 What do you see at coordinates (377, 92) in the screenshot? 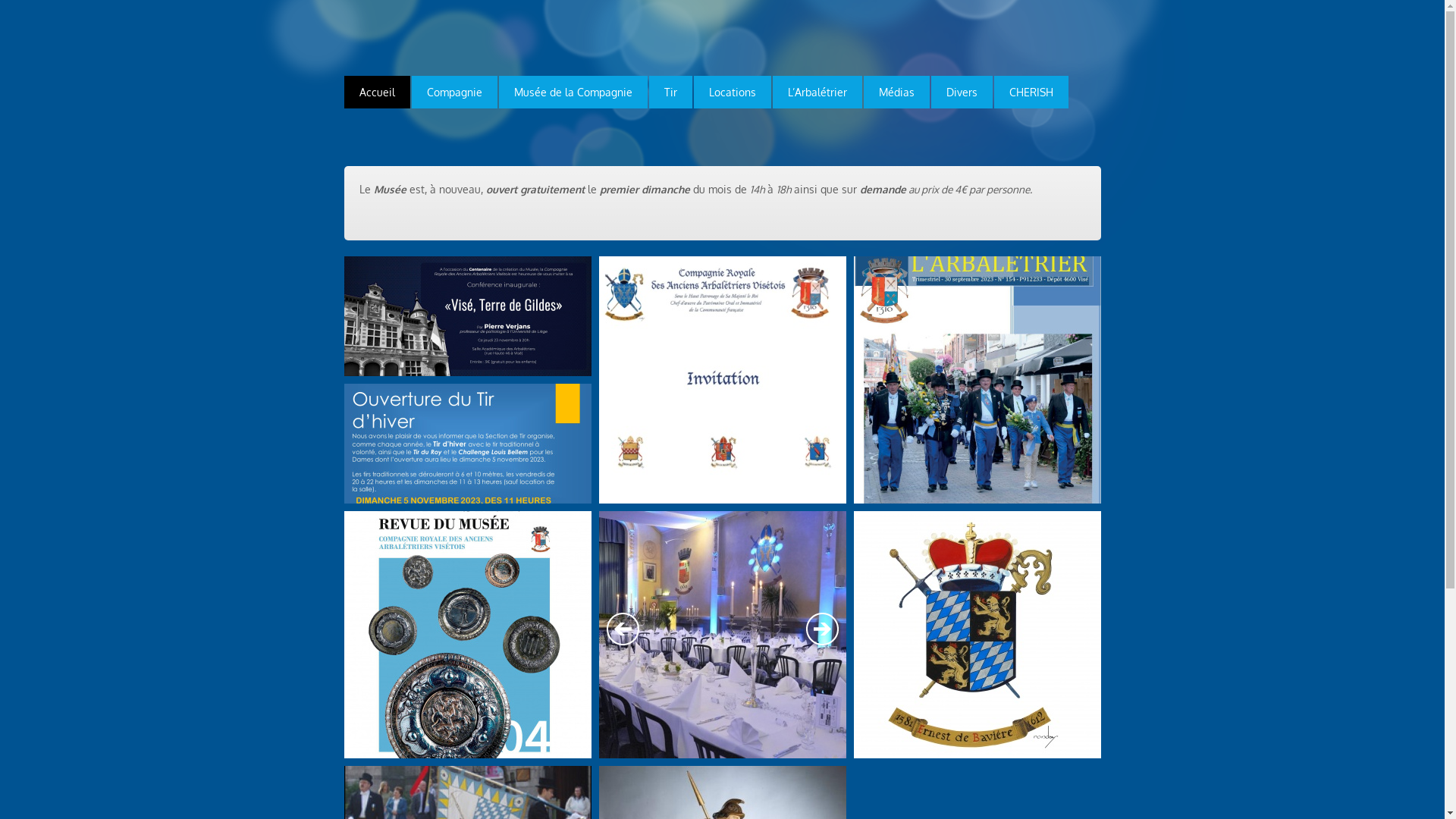
I see `'Accueil'` at bounding box center [377, 92].